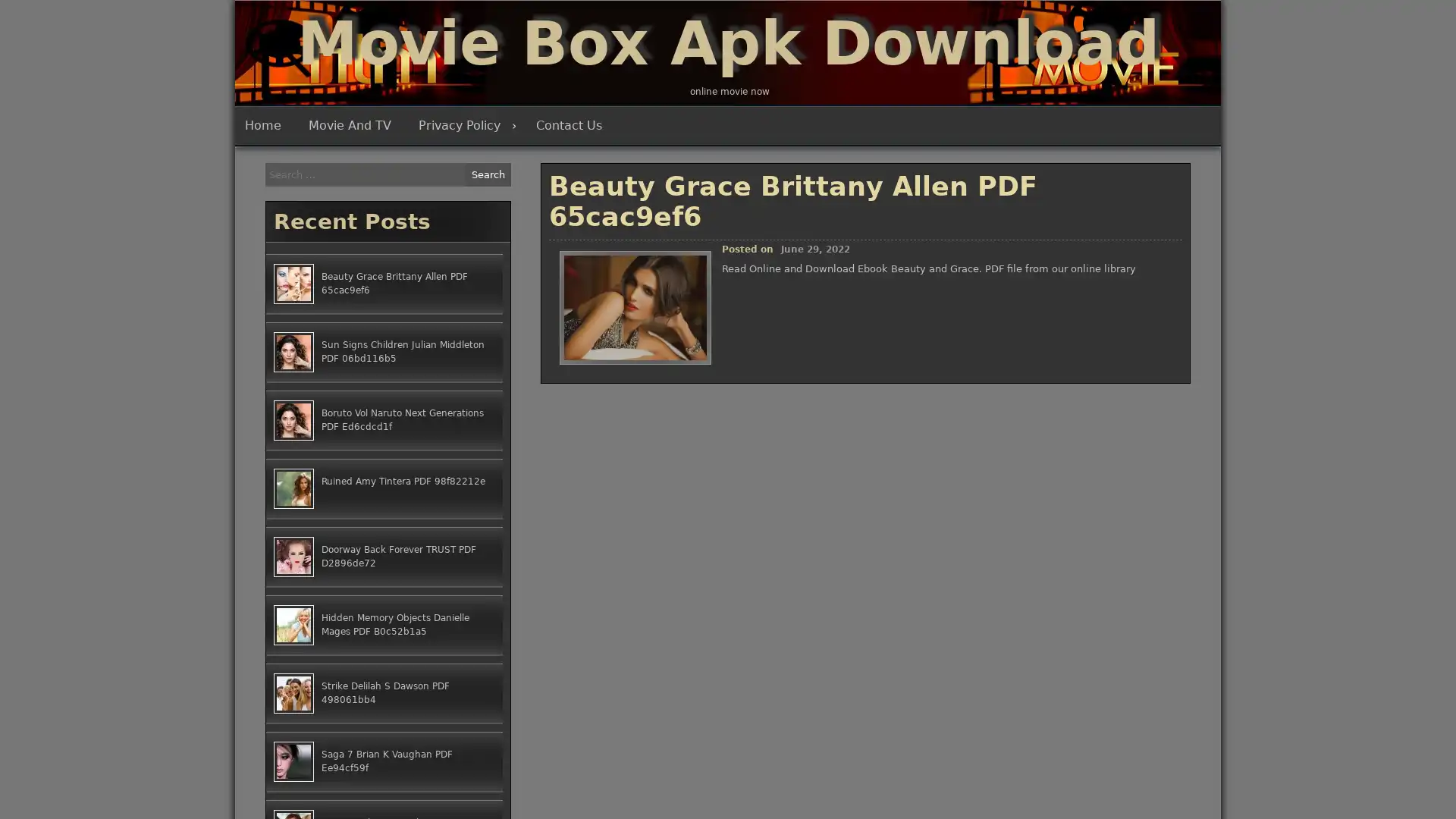 The image size is (1456, 819). I want to click on Search, so click(488, 174).